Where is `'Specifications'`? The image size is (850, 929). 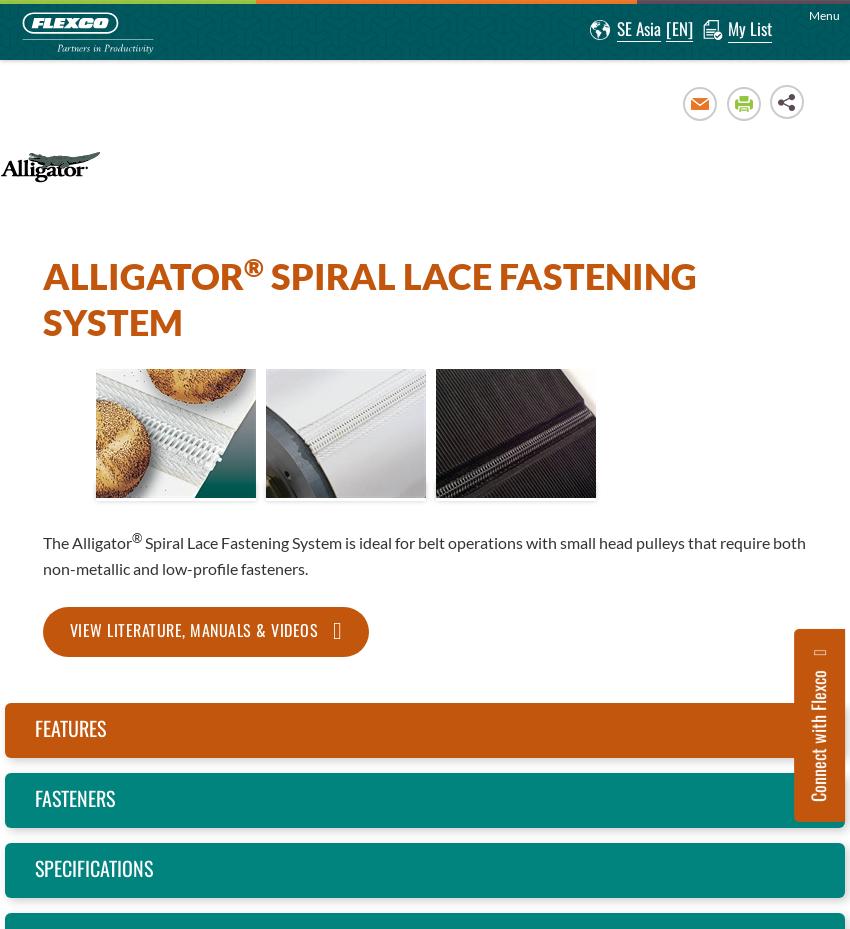 'Specifications' is located at coordinates (93, 867).